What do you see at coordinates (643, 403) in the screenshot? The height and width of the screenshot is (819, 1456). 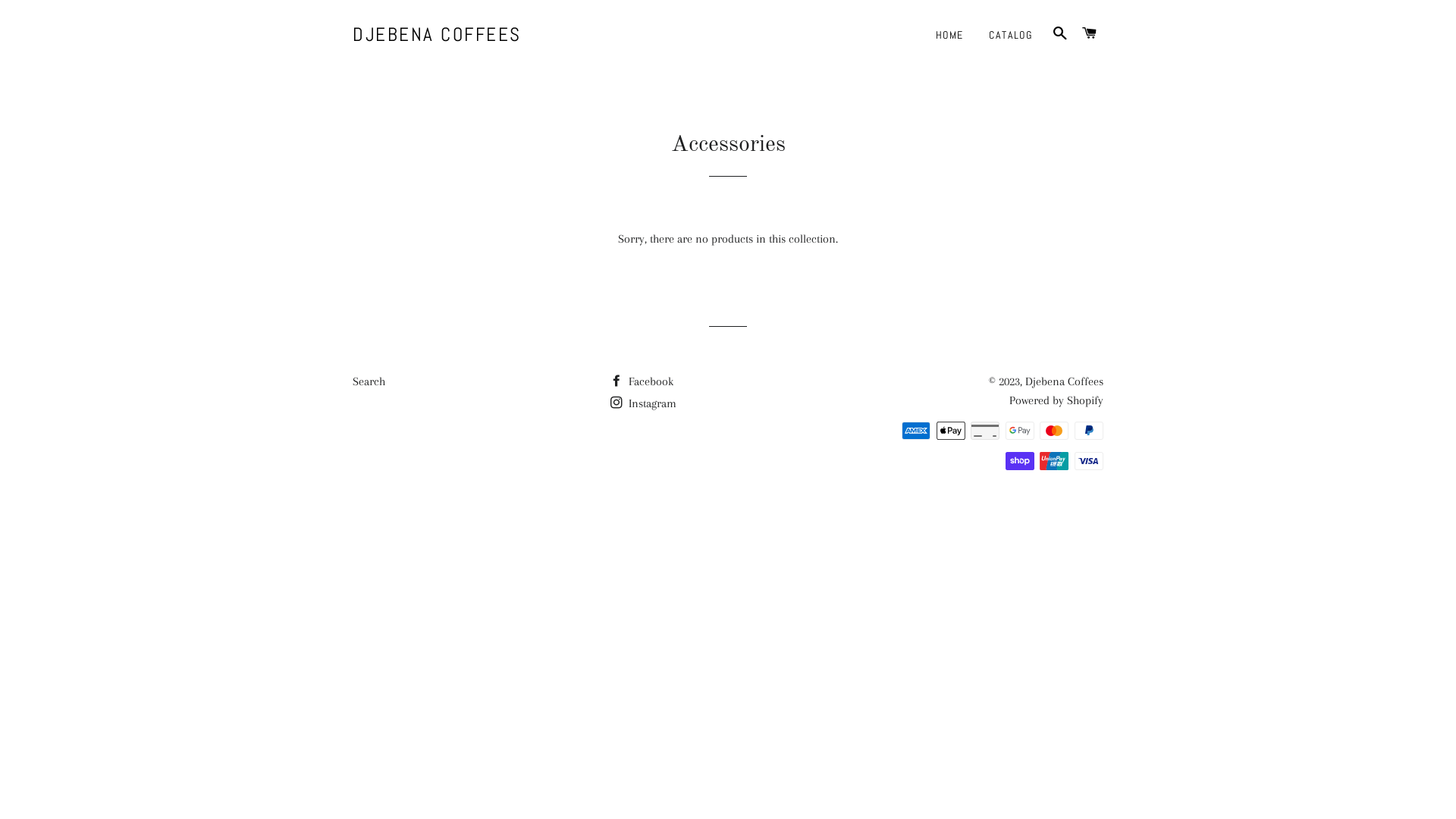 I see `'Instagram'` at bounding box center [643, 403].